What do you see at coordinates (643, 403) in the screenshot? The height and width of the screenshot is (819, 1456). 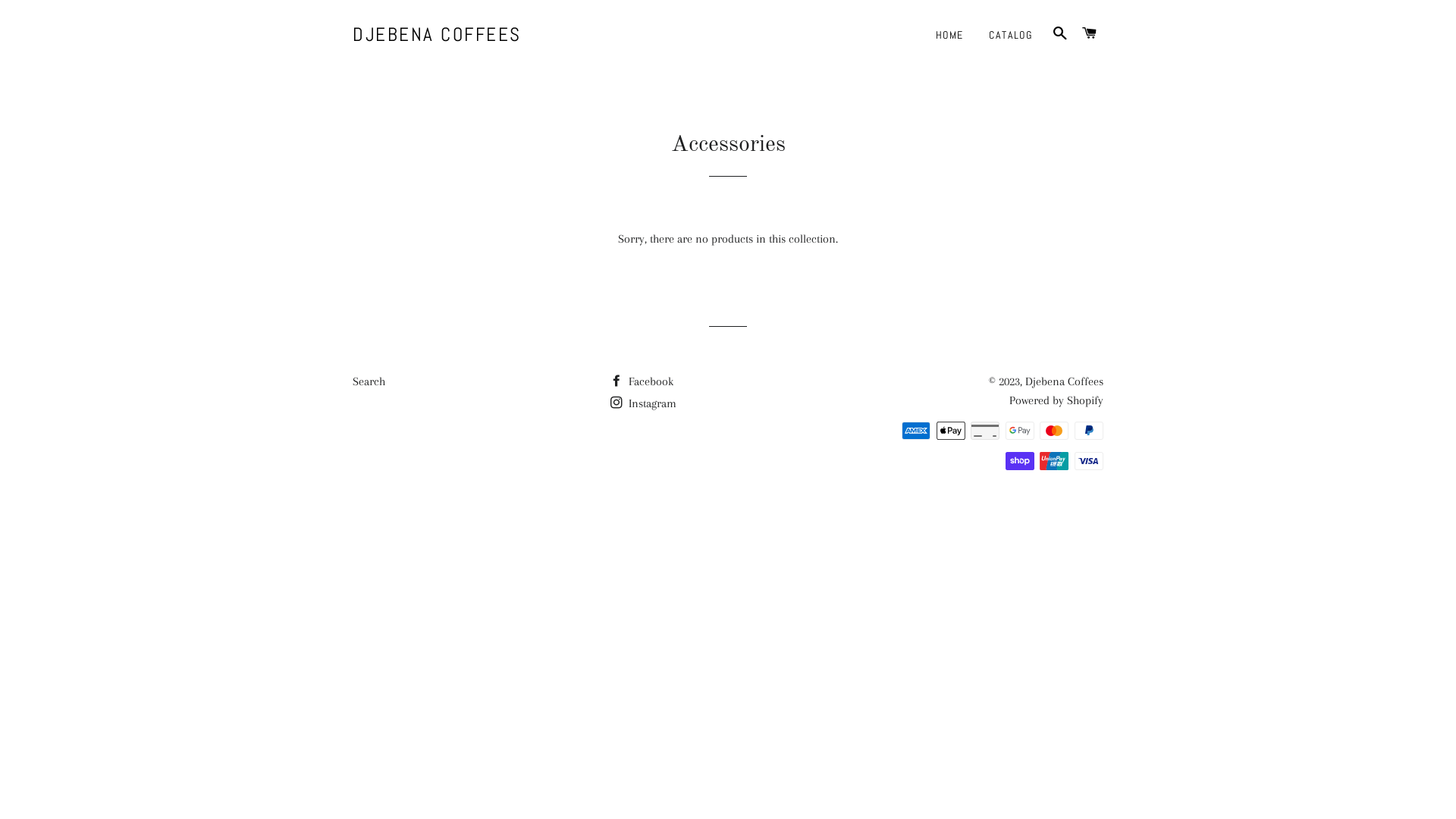 I see `'Instagram'` at bounding box center [643, 403].